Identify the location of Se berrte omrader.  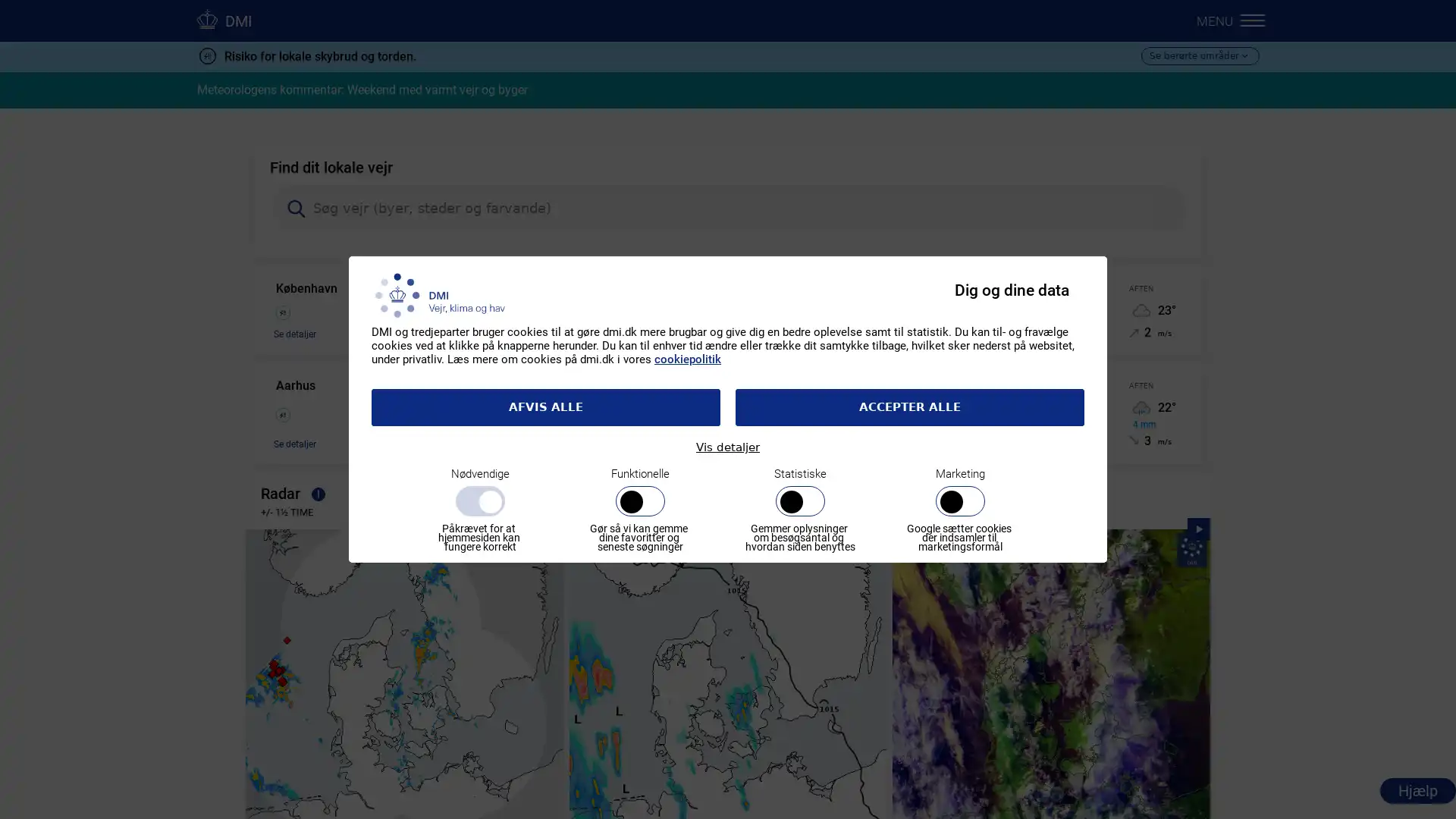
(1199, 55).